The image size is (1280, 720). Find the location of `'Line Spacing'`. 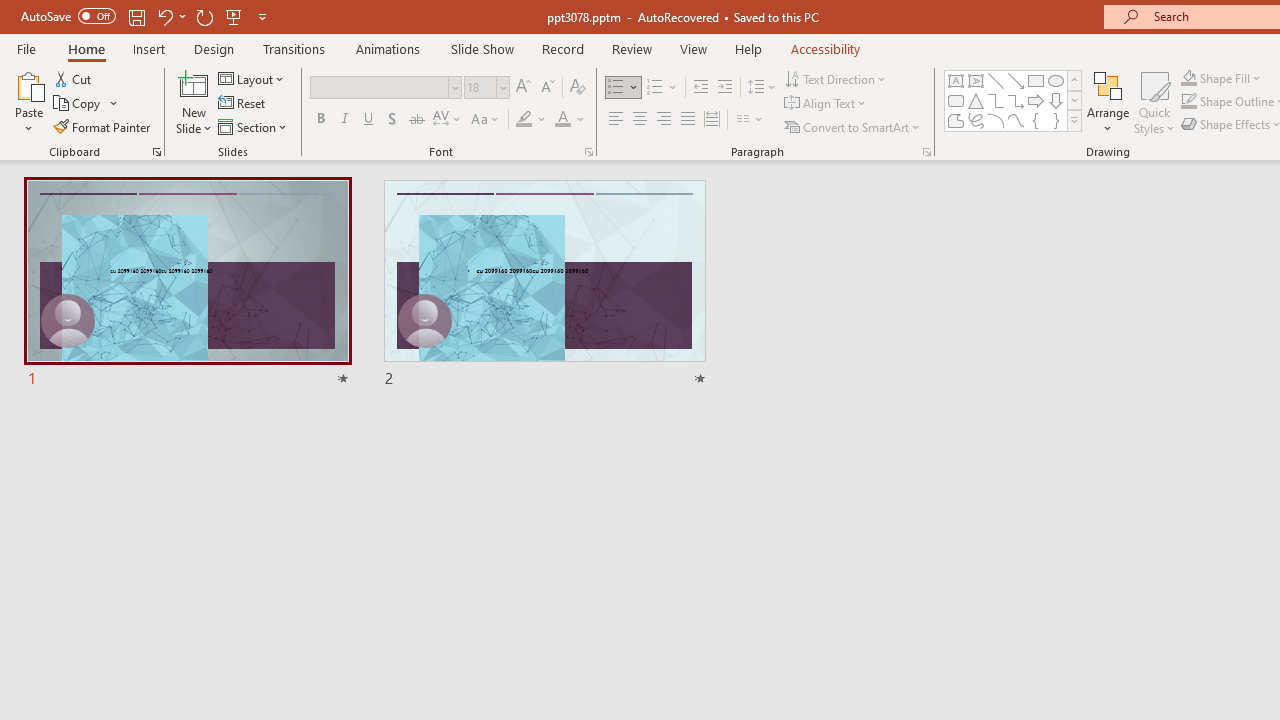

'Line Spacing' is located at coordinates (761, 86).